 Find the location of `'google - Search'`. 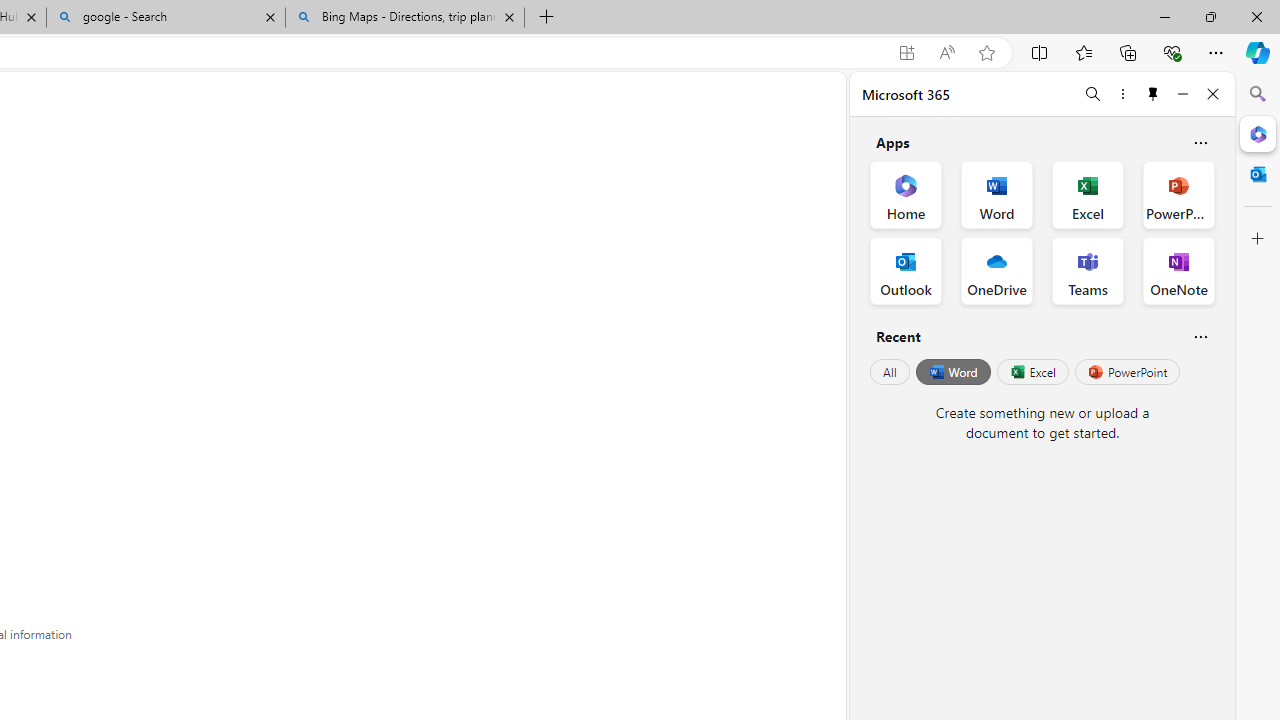

'google - Search' is located at coordinates (166, 17).